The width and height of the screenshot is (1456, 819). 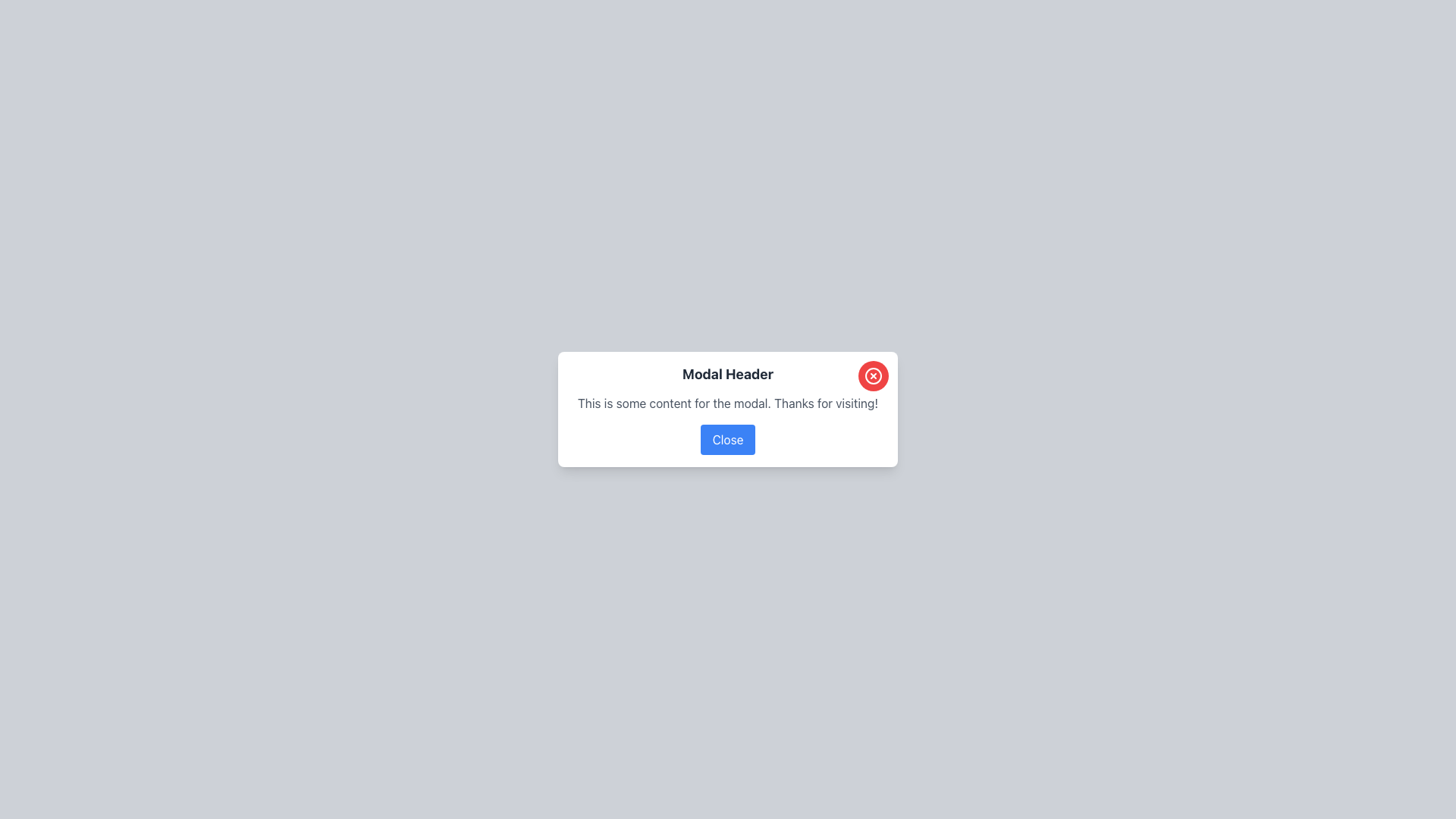 What do you see at coordinates (728, 374) in the screenshot?
I see `the header text located at the top of the modal dialog, which serves as the title for the modal's purpose` at bounding box center [728, 374].